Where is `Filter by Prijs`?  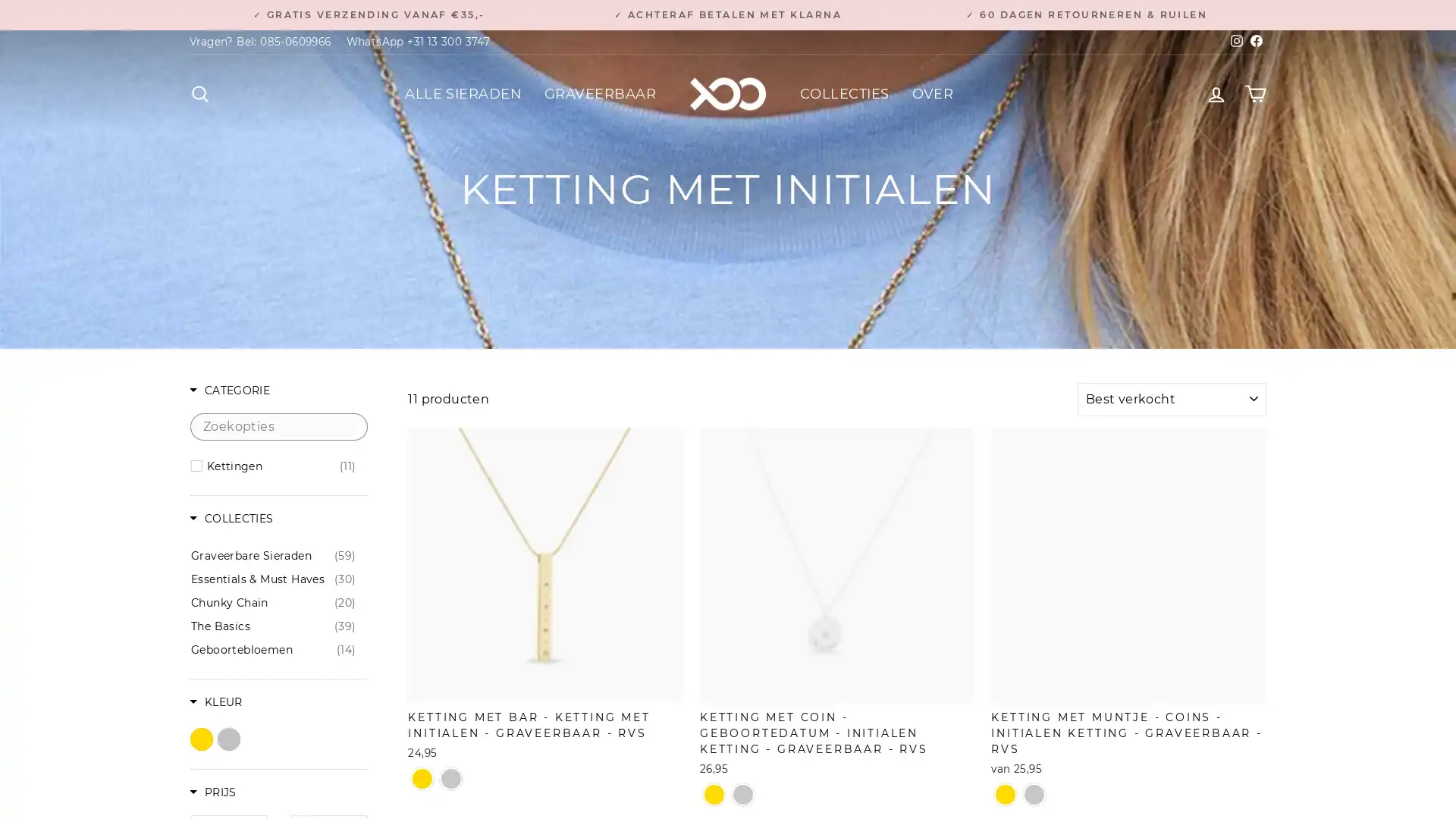
Filter by Prijs is located at coordinates (212, 792).